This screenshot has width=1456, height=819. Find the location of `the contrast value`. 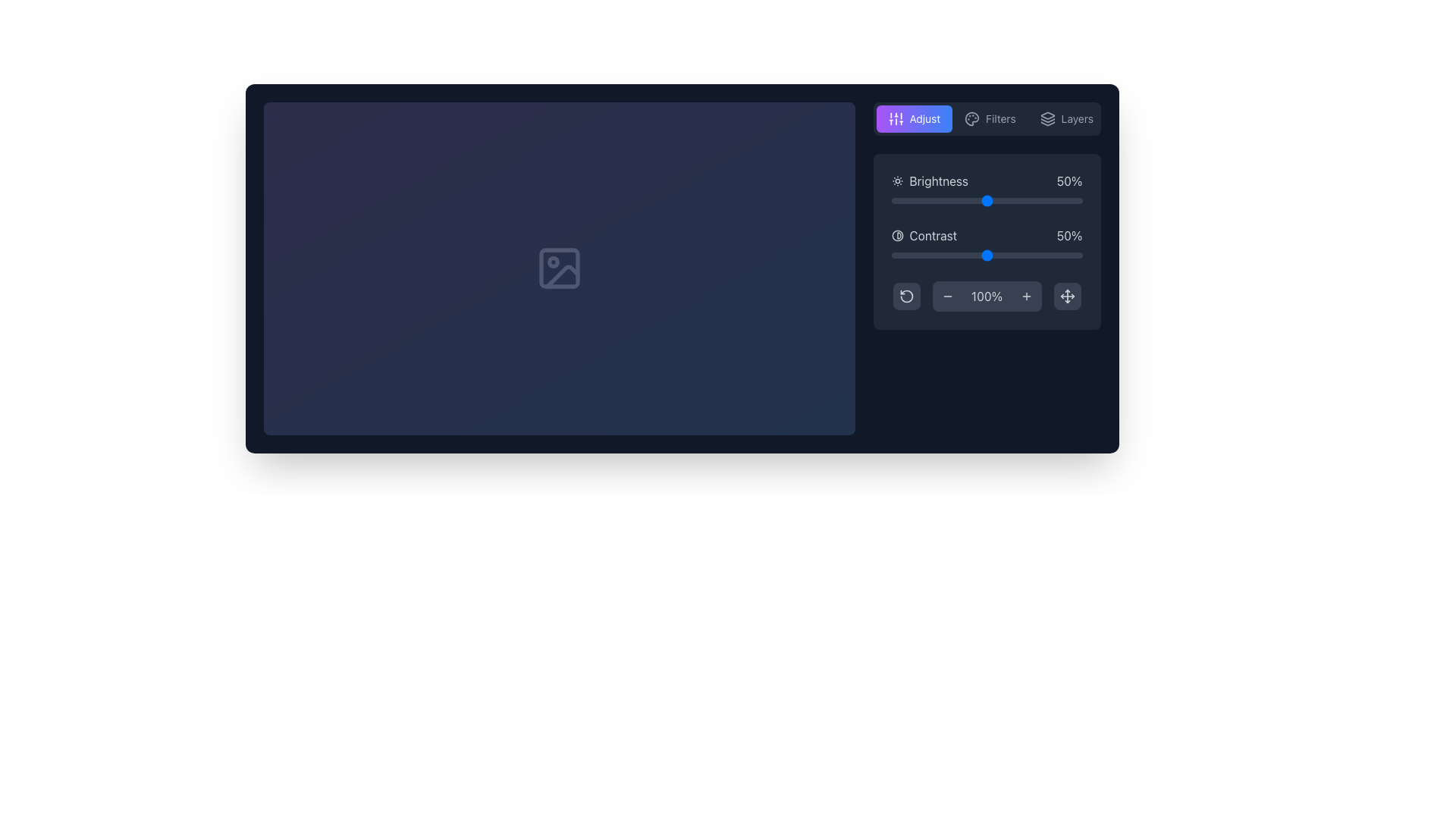

the contrast value is located at coordinates (1031, 254).